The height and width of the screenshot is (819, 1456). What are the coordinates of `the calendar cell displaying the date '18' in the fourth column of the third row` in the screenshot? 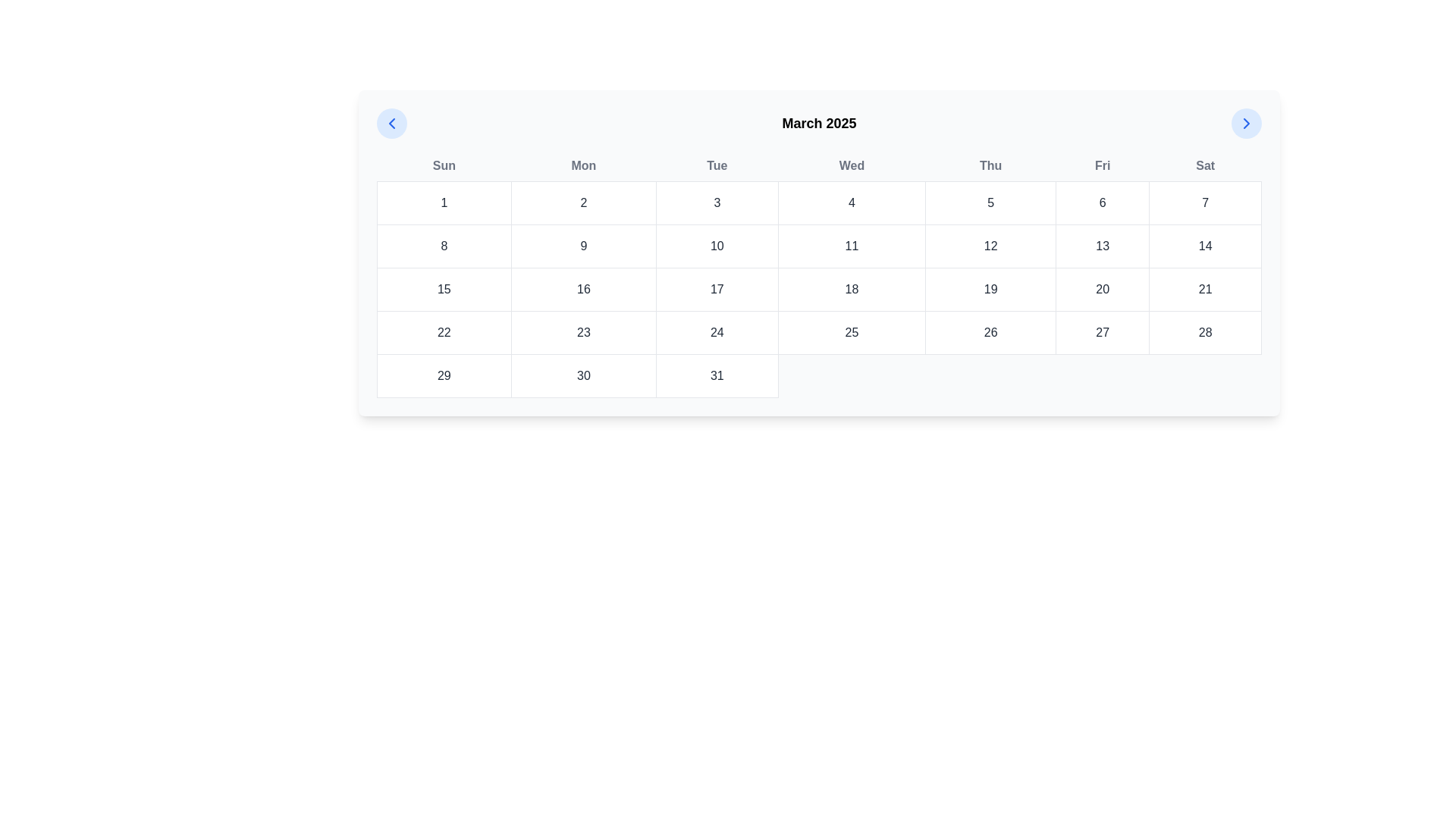 It's located at (852, 289).